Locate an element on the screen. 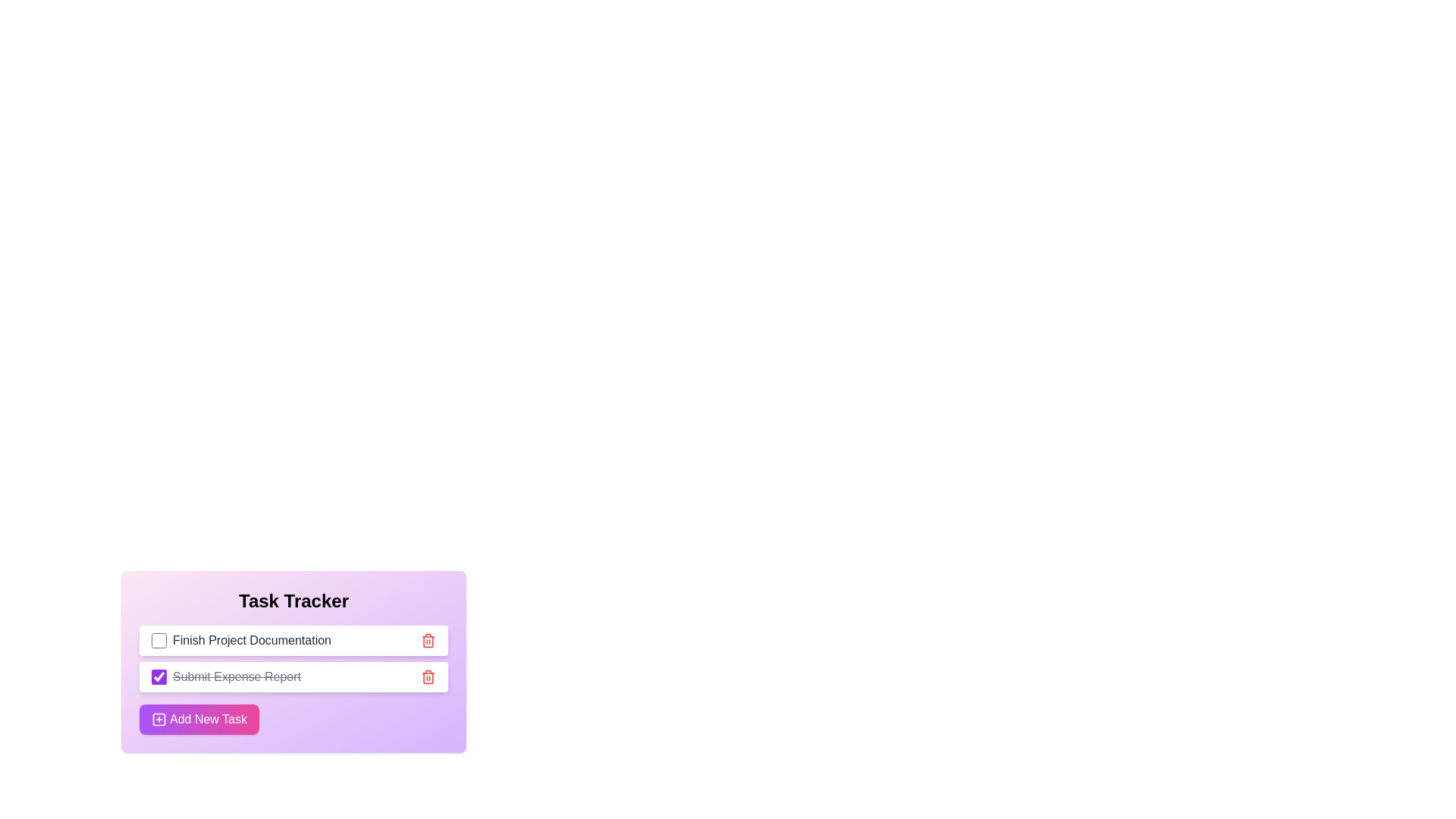 This screenshot has height=819, width=1456. the checkbox, which is a square checkbox with a purple accent border and white fill, positioned to the left of the text label 'Finish Project Documentation' is located at coordinates (159, 640).